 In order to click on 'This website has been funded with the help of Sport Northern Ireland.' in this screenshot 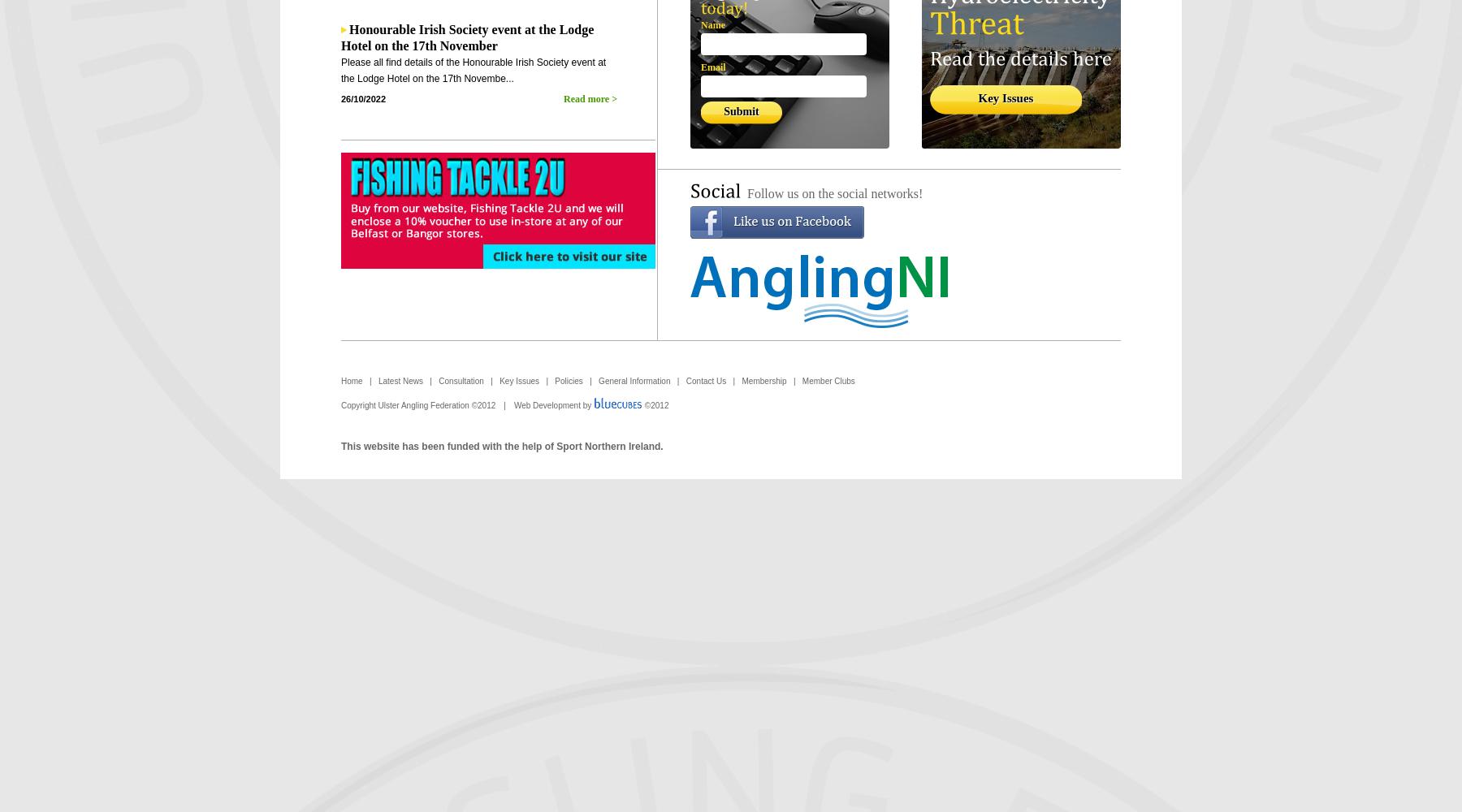, I will do `click(501, 447)`.